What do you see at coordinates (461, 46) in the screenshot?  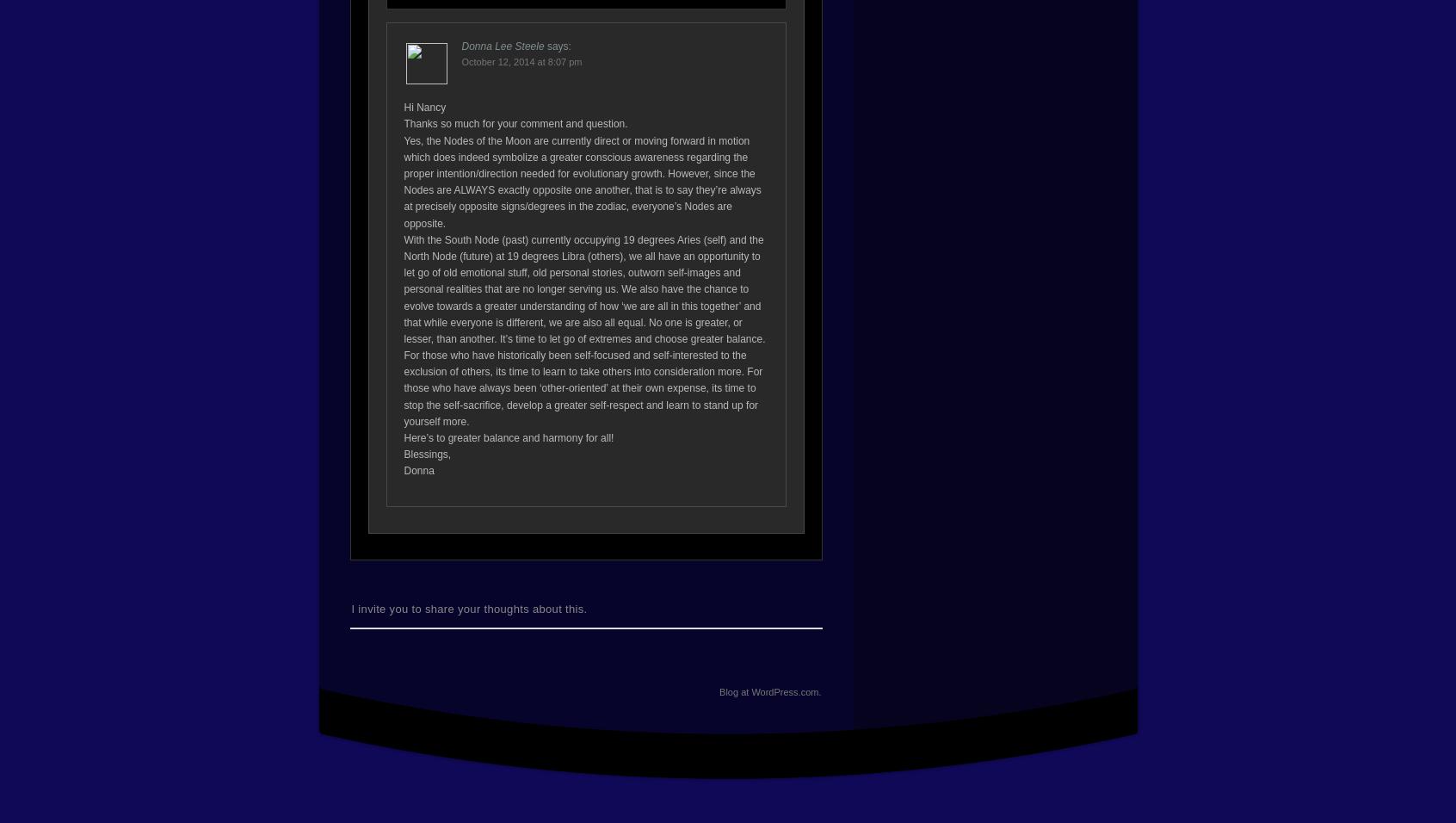 I see `'Donna Lee Steele'` at bounding box center [461, 46].